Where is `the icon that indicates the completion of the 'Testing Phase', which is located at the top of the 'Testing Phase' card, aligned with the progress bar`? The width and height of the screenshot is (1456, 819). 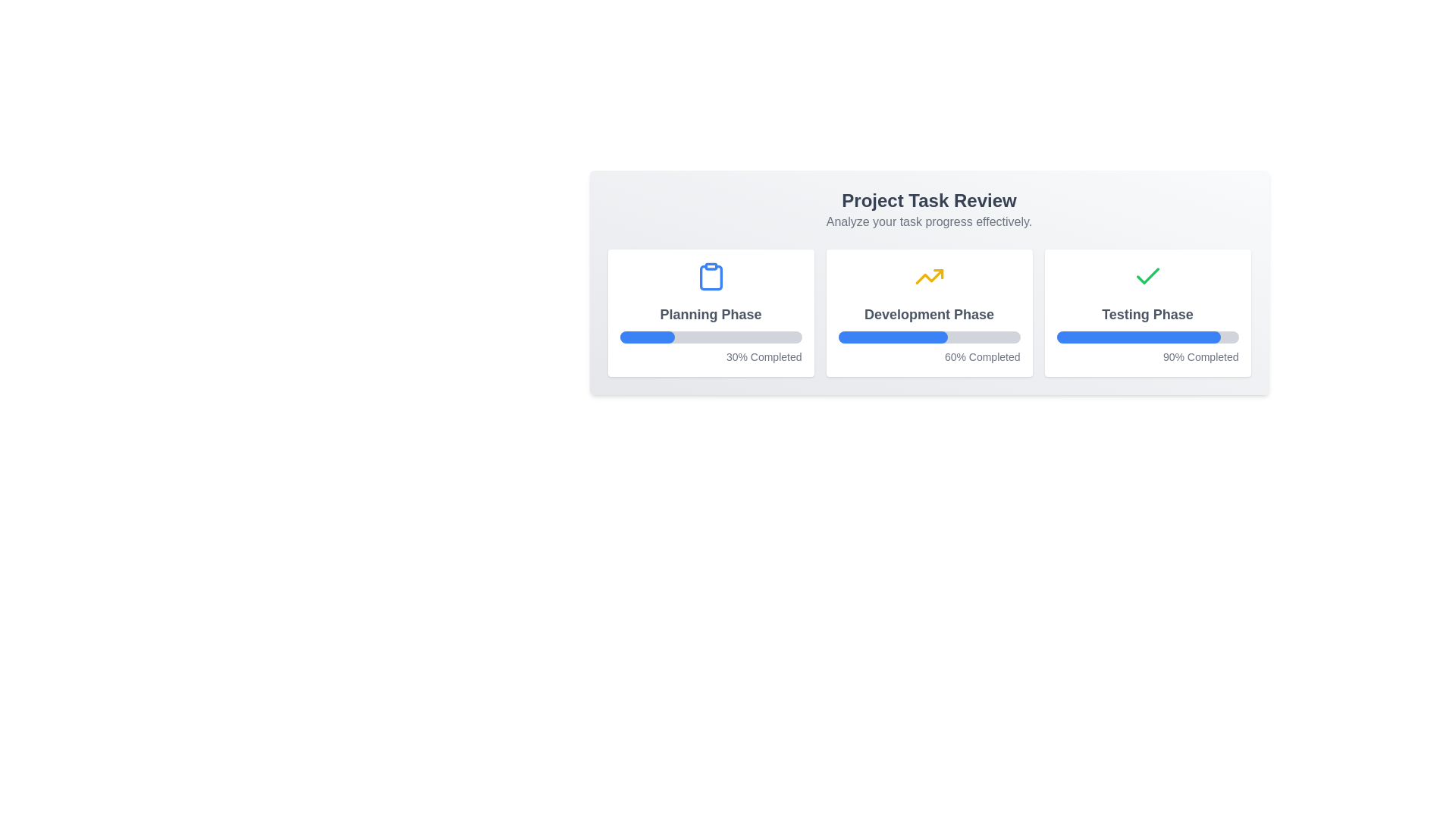 the icon that indicates the completion of the 'Testing Phase', which is located at the top of the 'Testing Phase' card, aligned with the progress bar is located at coordinates (1147, 277).